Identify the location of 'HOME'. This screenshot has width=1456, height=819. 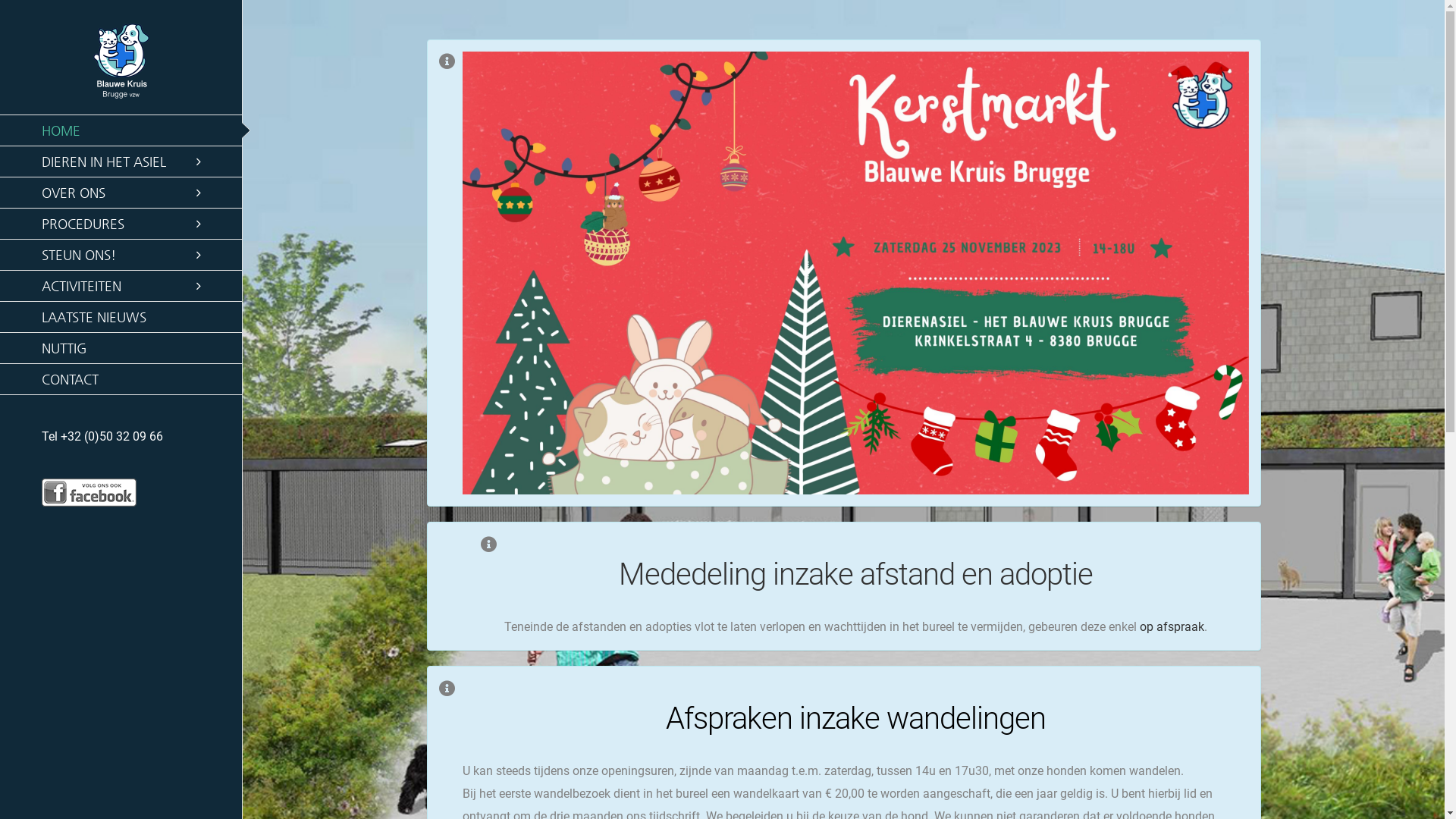
(120, 130).